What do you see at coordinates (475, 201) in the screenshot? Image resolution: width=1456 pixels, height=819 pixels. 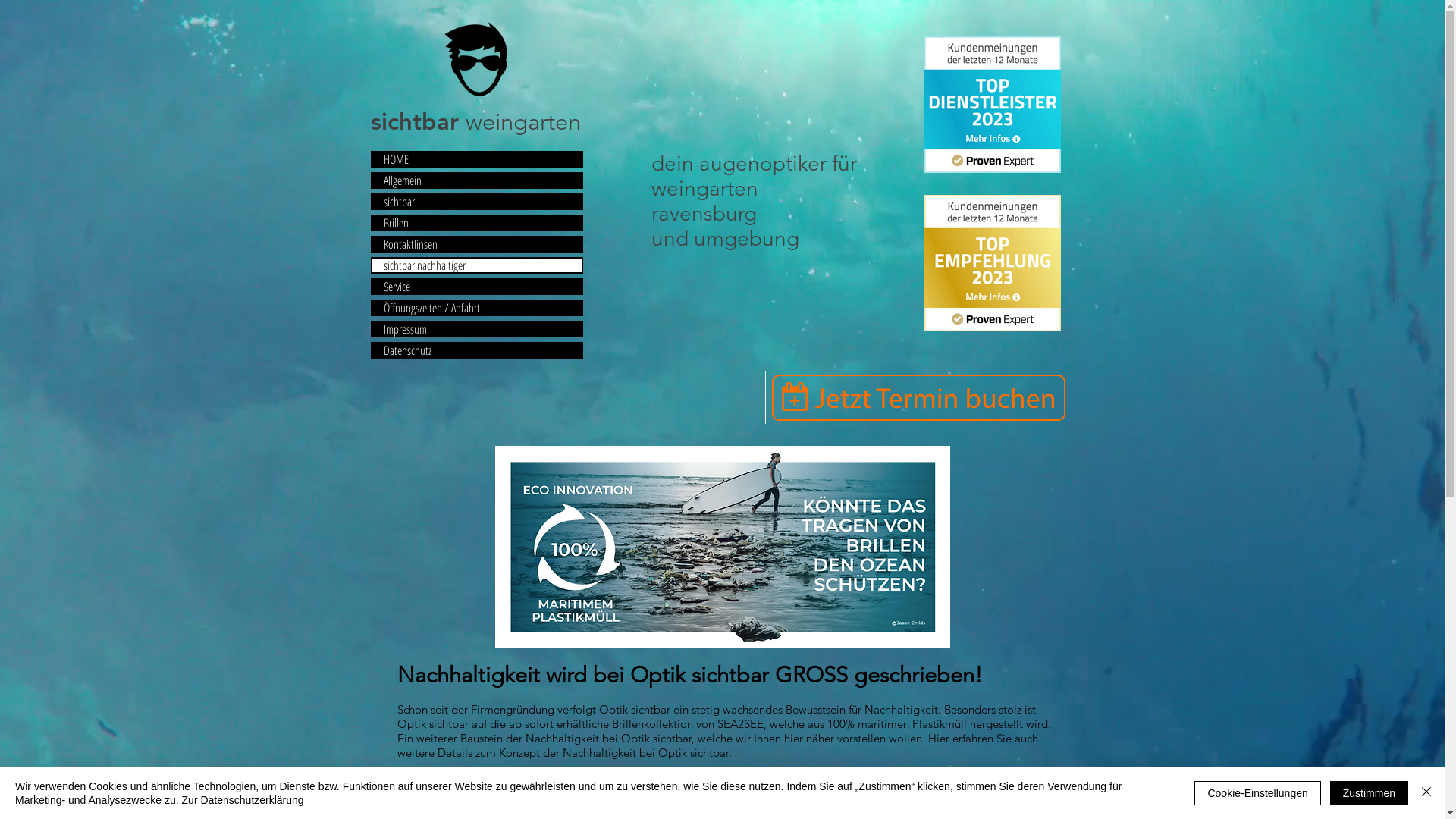 I see `'sichtbar'` at bounding box center [475, 201].